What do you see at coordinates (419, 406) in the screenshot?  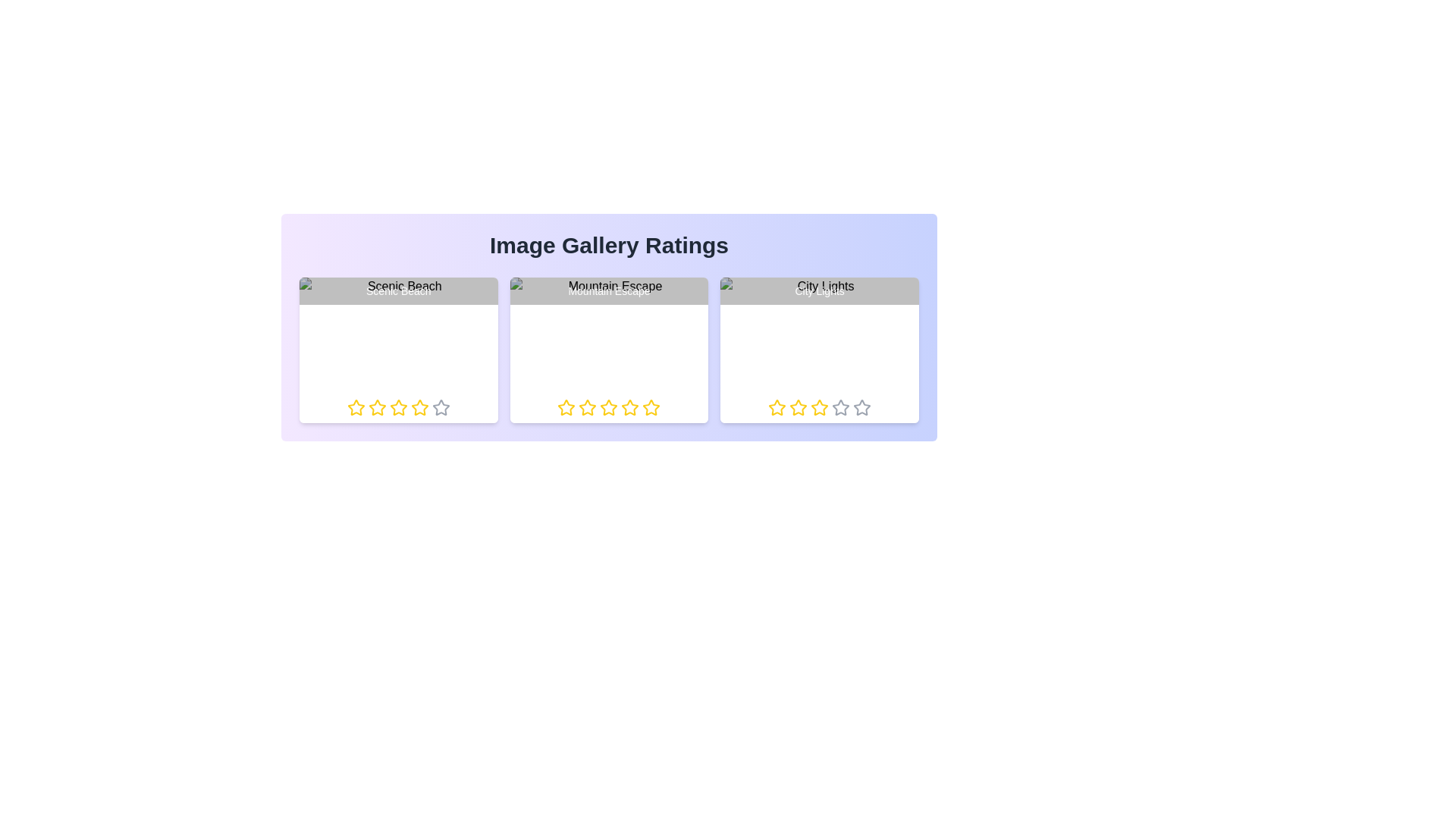 I see `the rating of an image to 4 stars by clicking on the respective star` at bounding box center [419, 406].